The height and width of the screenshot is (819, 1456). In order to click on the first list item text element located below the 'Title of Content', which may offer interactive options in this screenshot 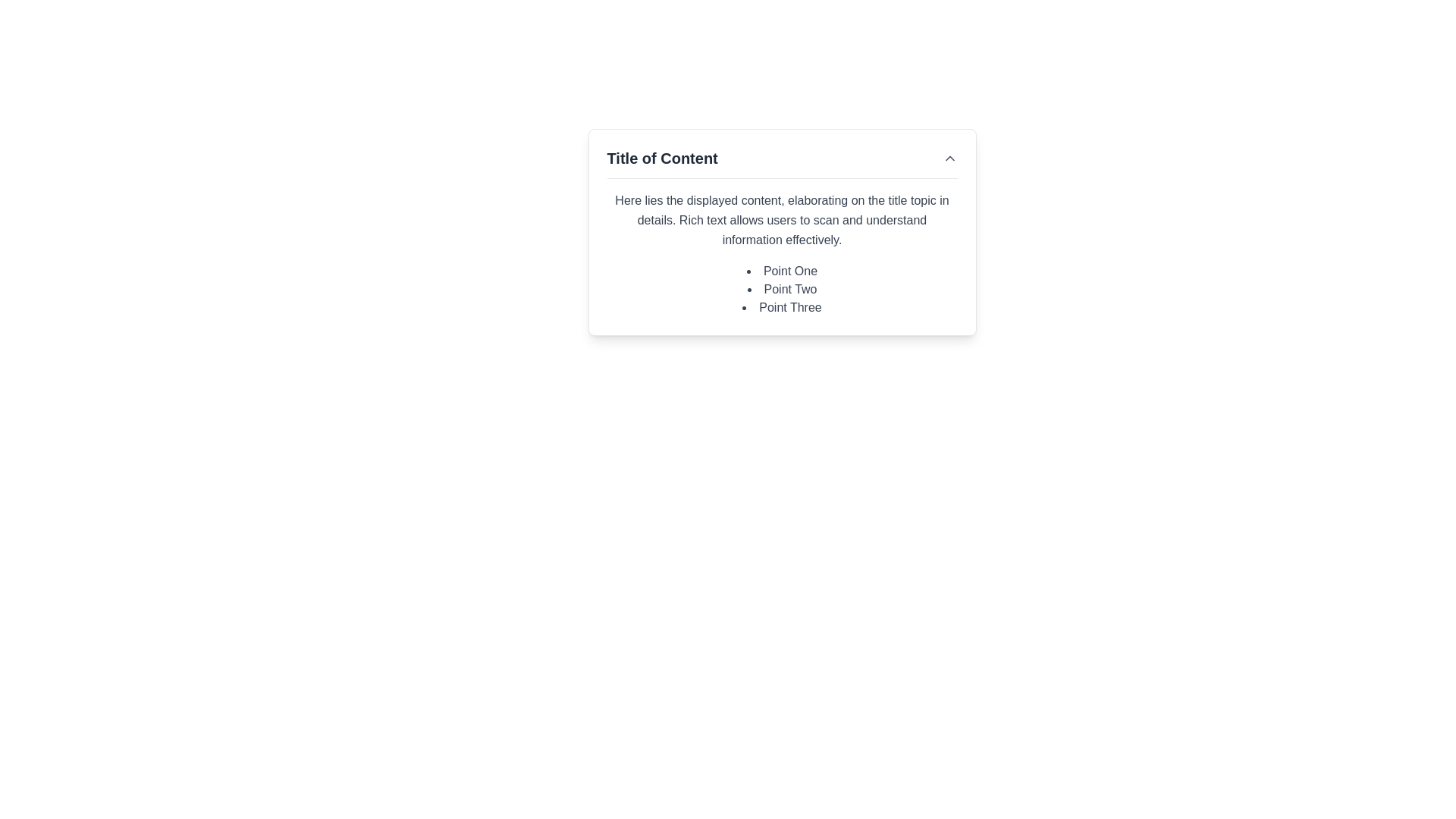, I will do `click(782, 271)`.